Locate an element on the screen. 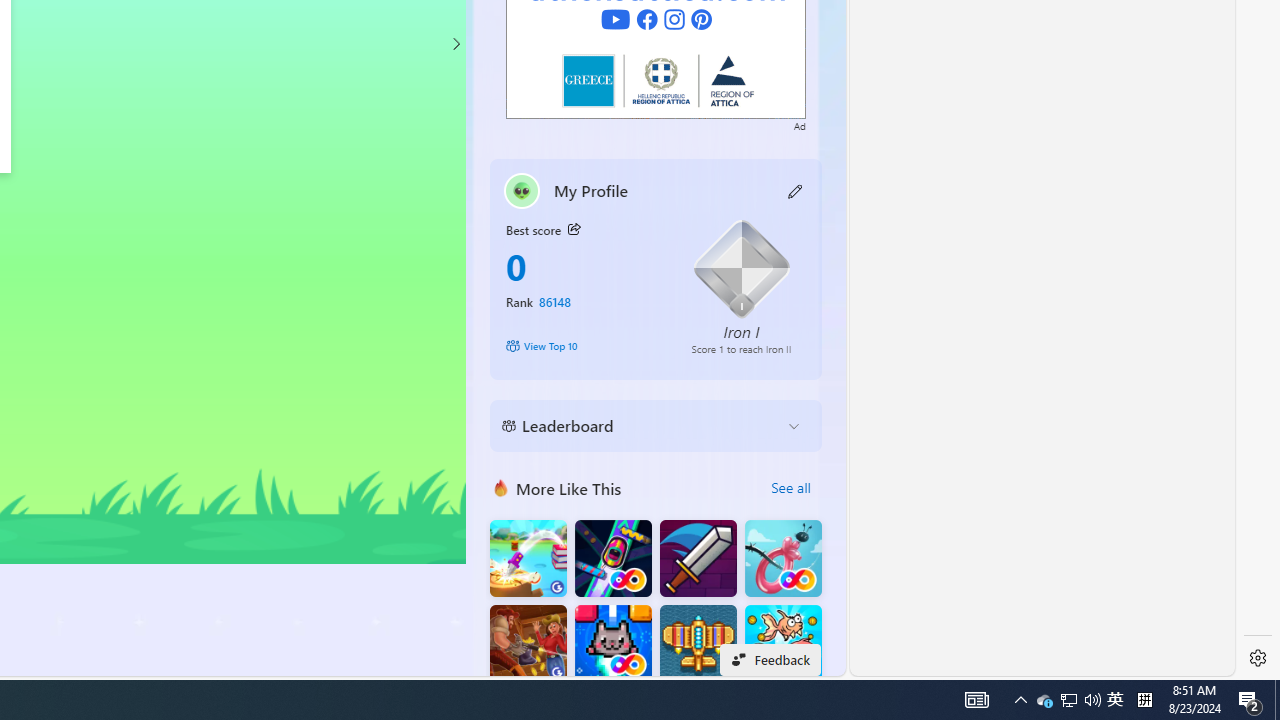 The image size is (1280, 720). 'See all' is located at coordinates (790, 488).